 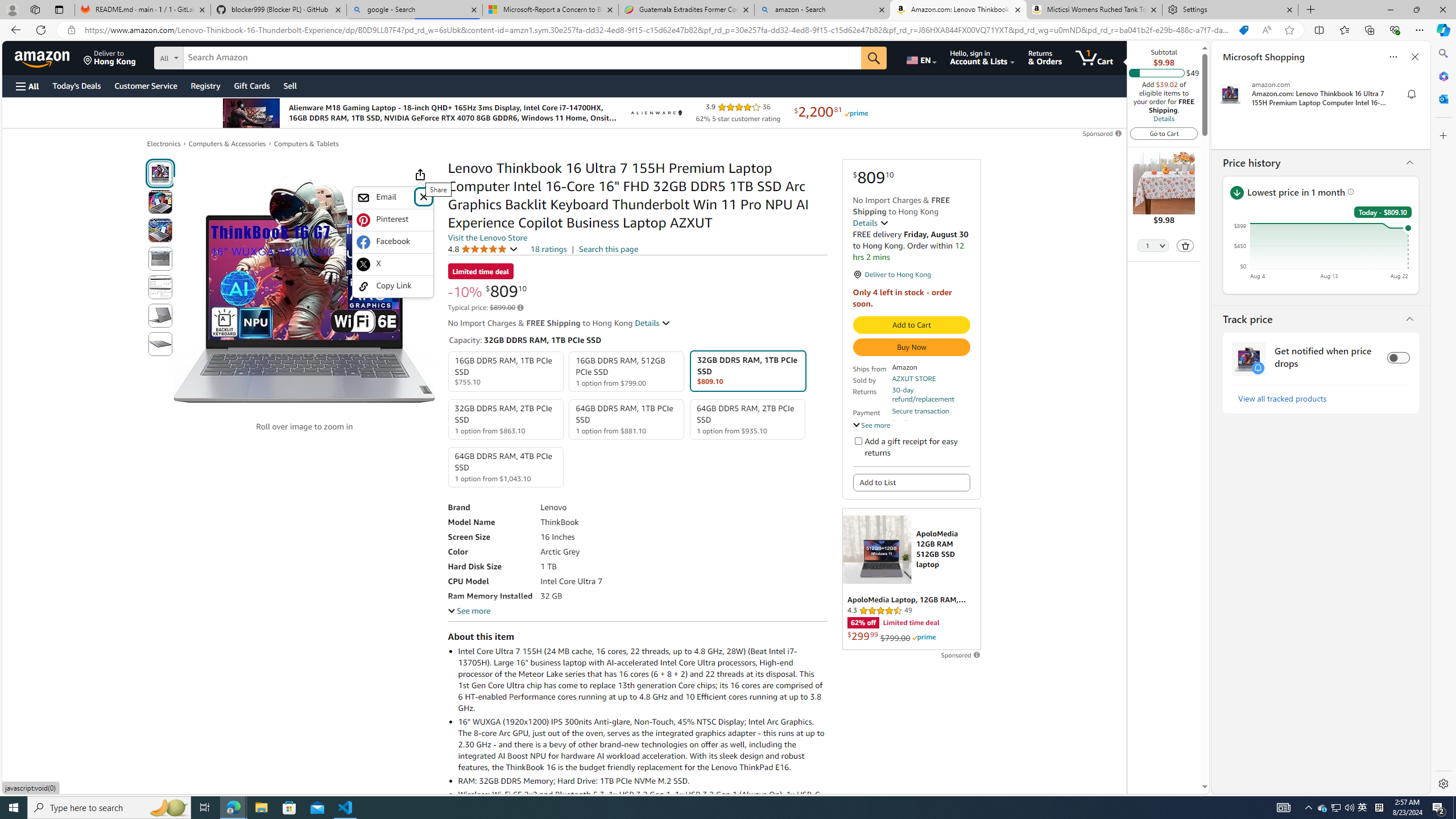 I want to click on 'Electronics', so click(x=164, y=143).